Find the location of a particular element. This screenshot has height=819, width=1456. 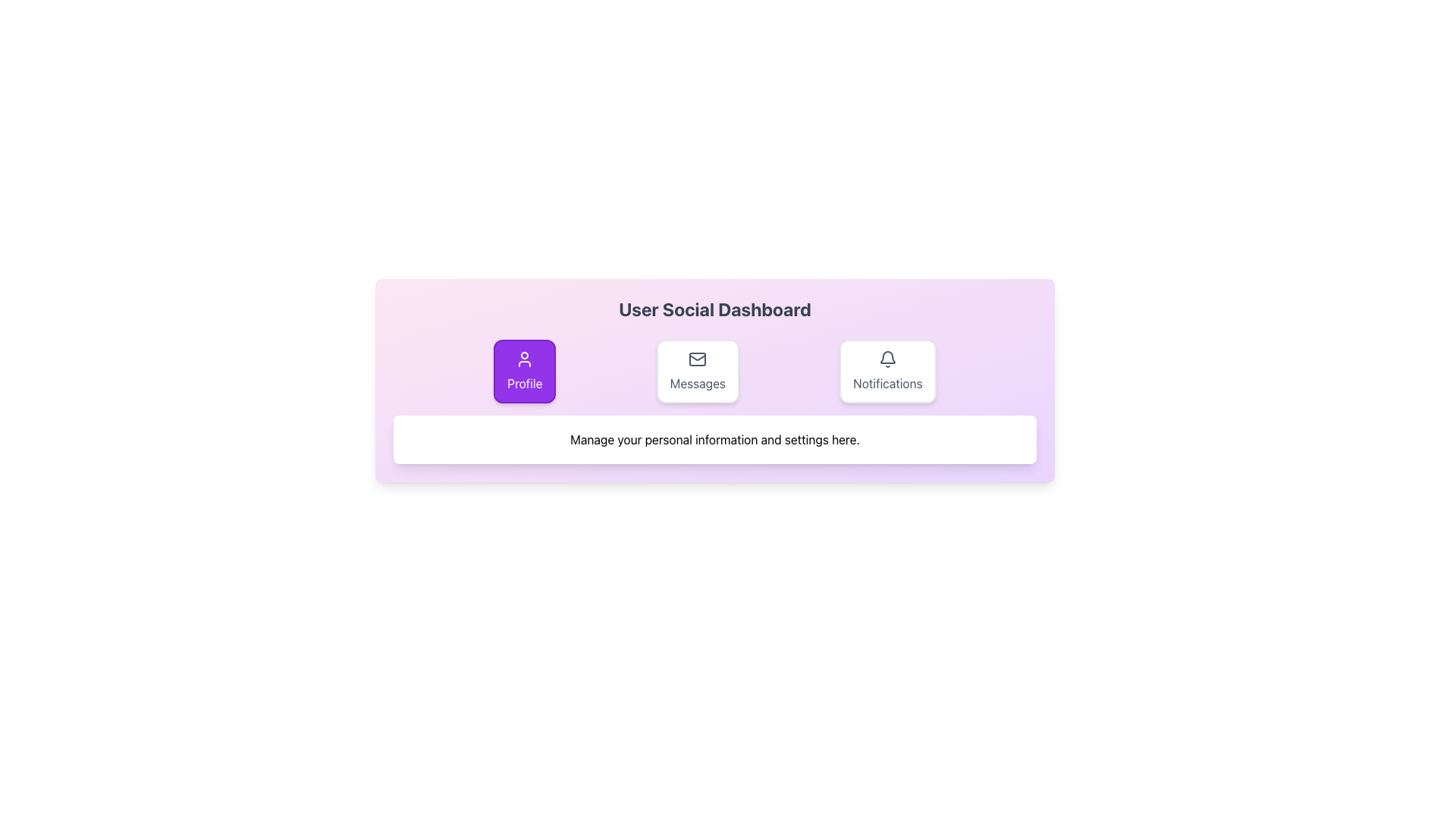

the Informational Text Box that displays the message 'Manage your personal information and settings here.' is located at coordinates (714, 439).